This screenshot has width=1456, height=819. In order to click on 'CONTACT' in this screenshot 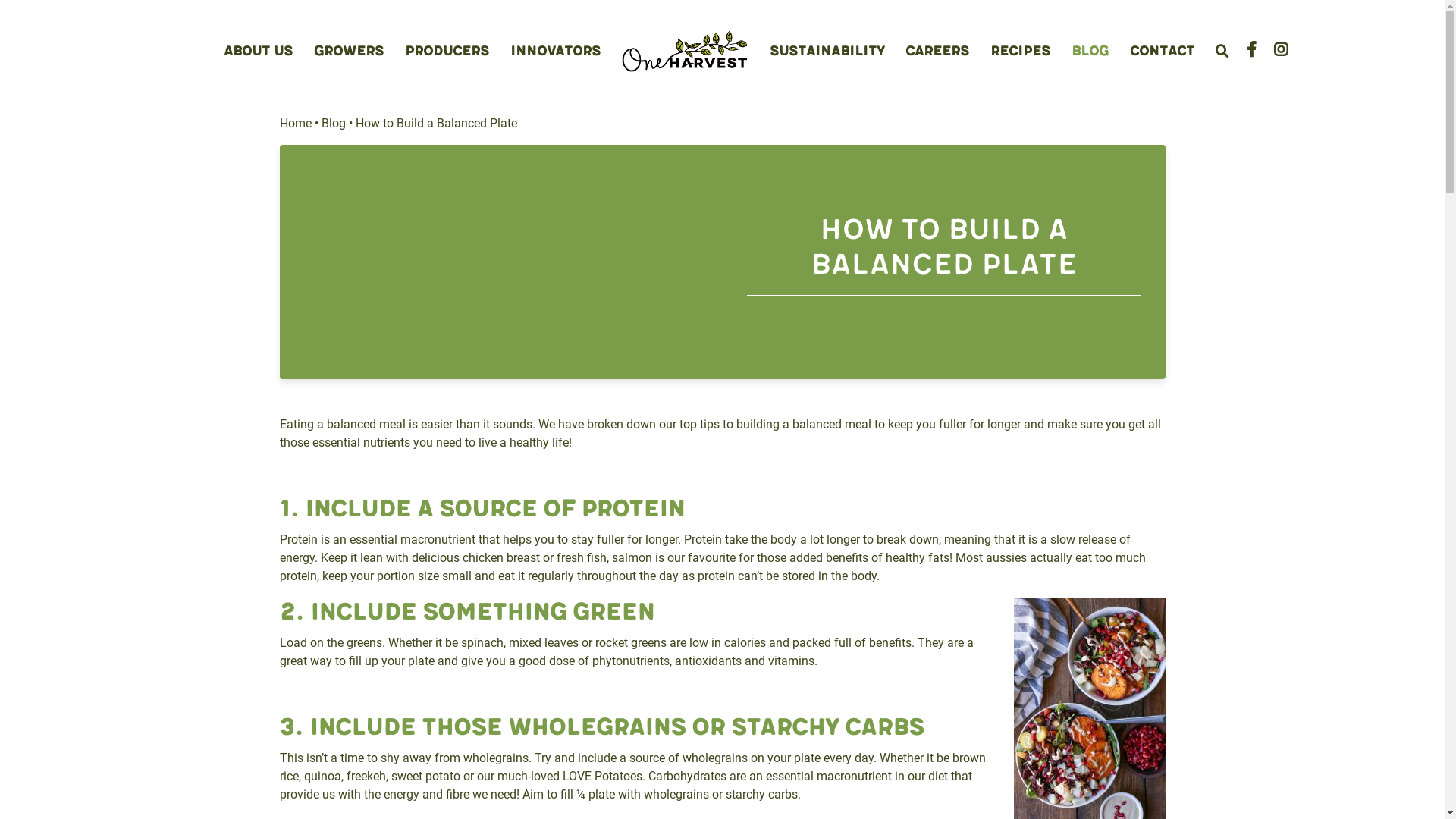, I will do `click(1129, 50)`.